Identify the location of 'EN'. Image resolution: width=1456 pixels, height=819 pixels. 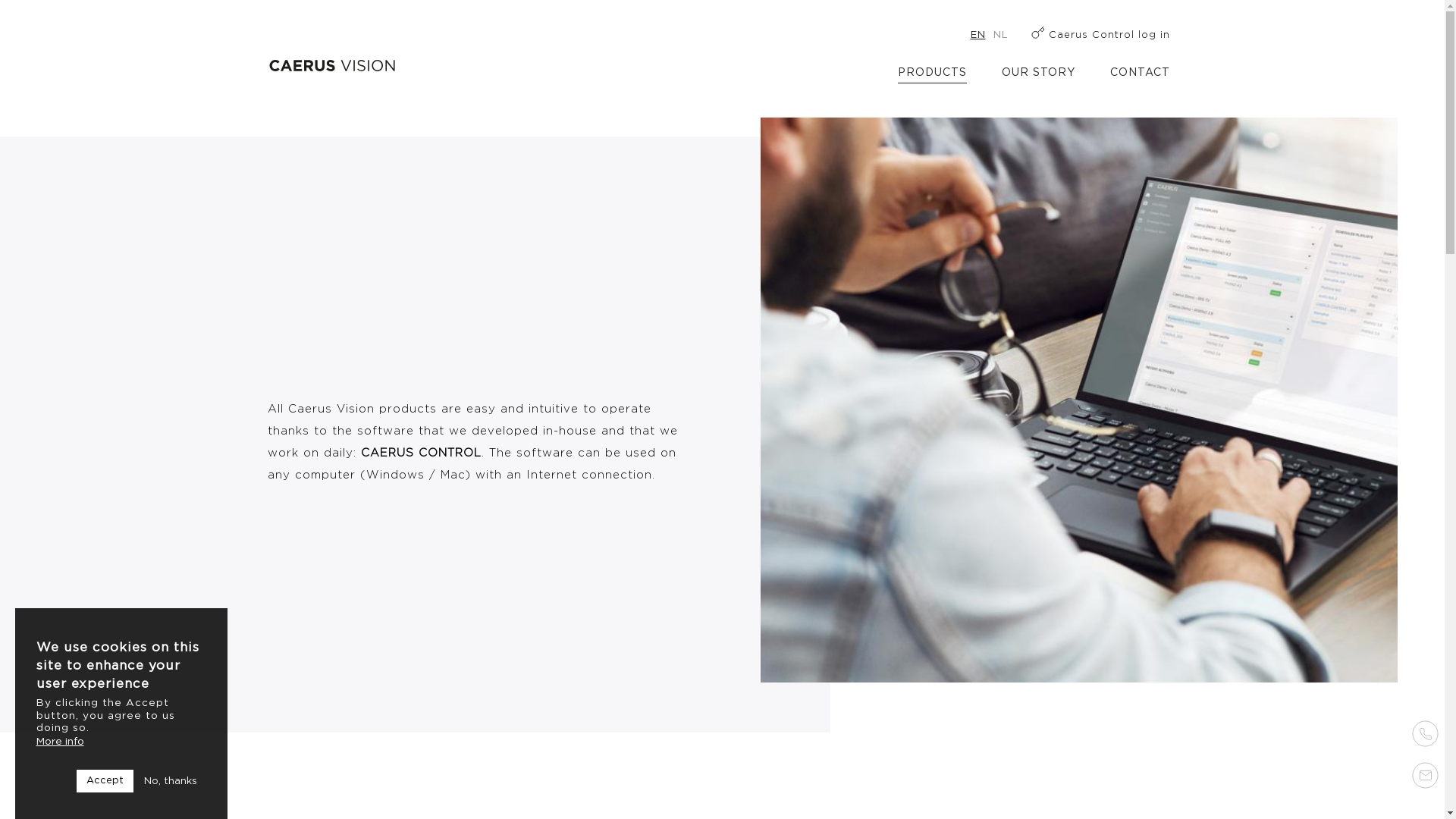
(978, 34).